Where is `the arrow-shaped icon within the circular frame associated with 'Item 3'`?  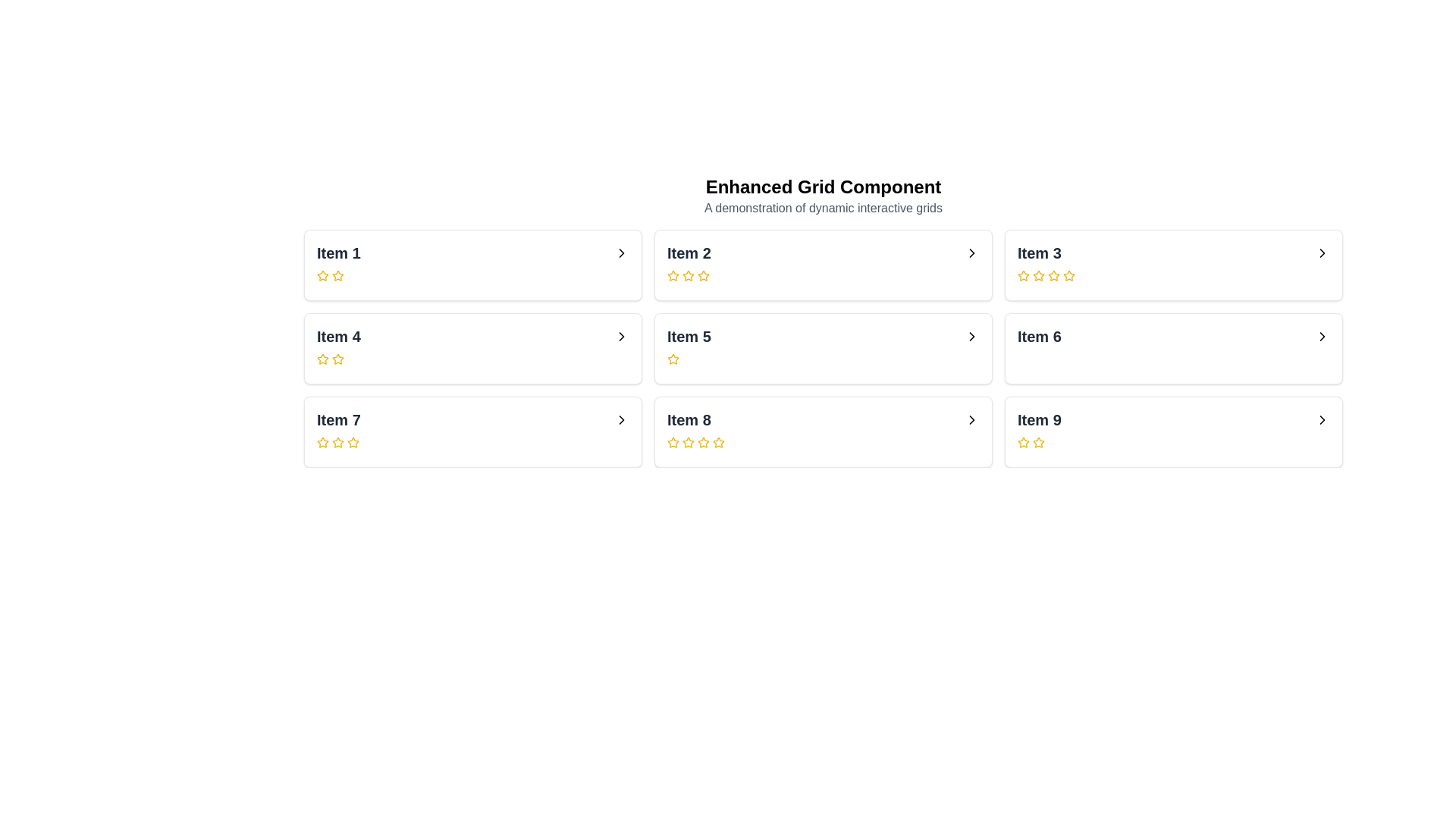 the arrow-shaped icon within the circular frame associated with 'Item 3' is located at coordinates (1321, 253).